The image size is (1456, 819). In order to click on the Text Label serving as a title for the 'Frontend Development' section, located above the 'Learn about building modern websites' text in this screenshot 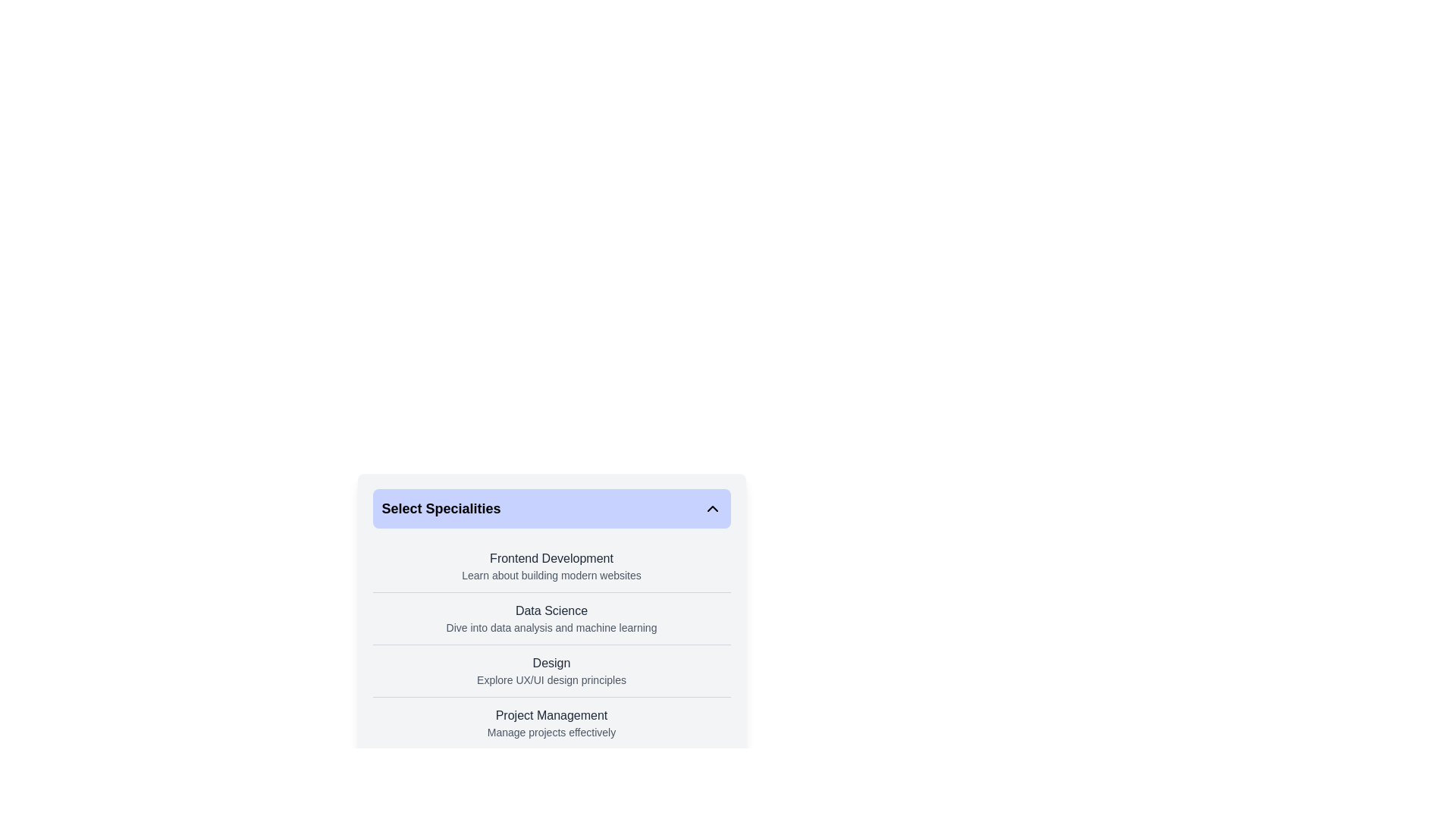, I will do `click(551, 558)`.